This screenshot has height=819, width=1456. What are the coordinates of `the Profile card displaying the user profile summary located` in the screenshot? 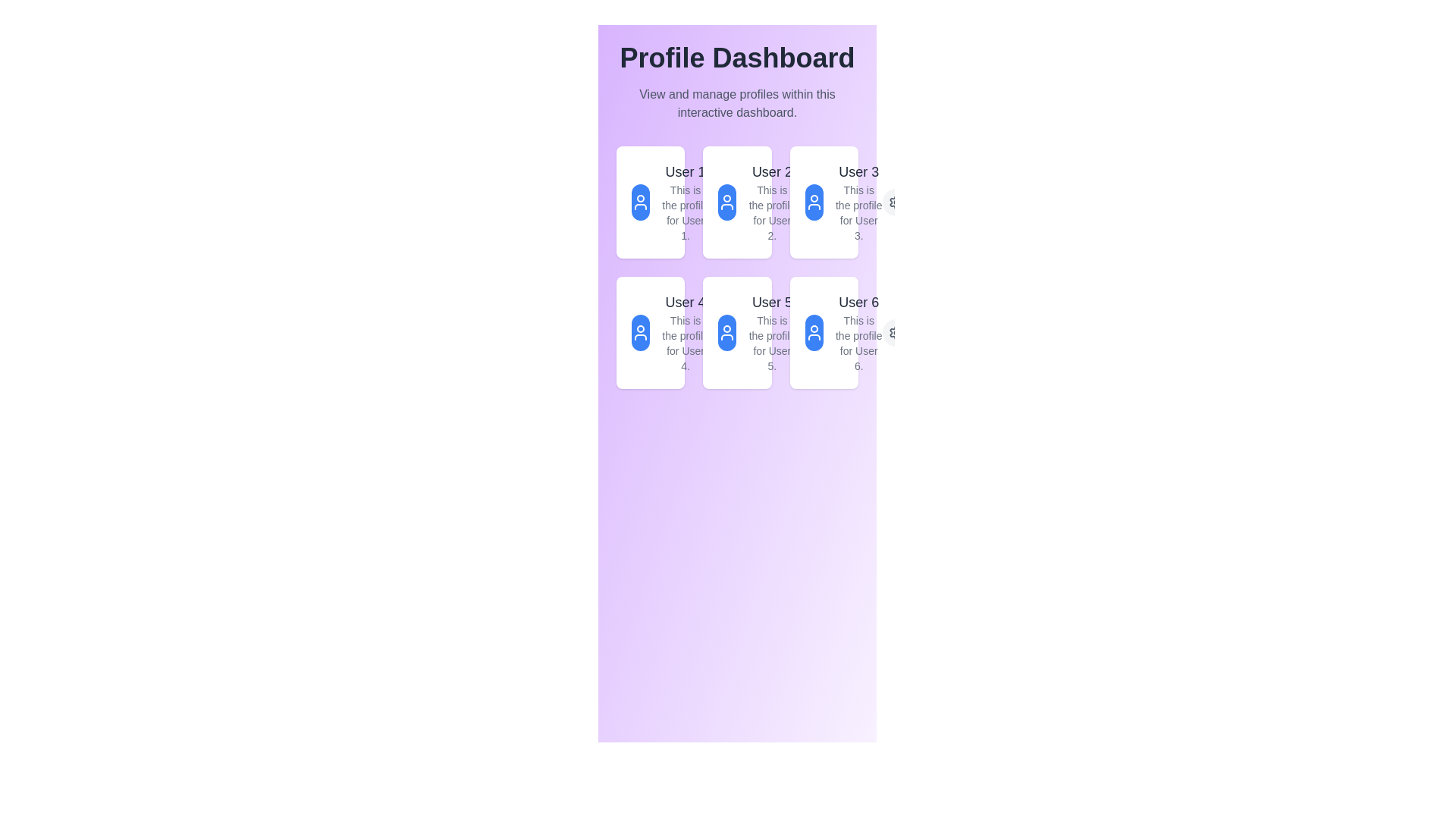 It's located at (737, 201).